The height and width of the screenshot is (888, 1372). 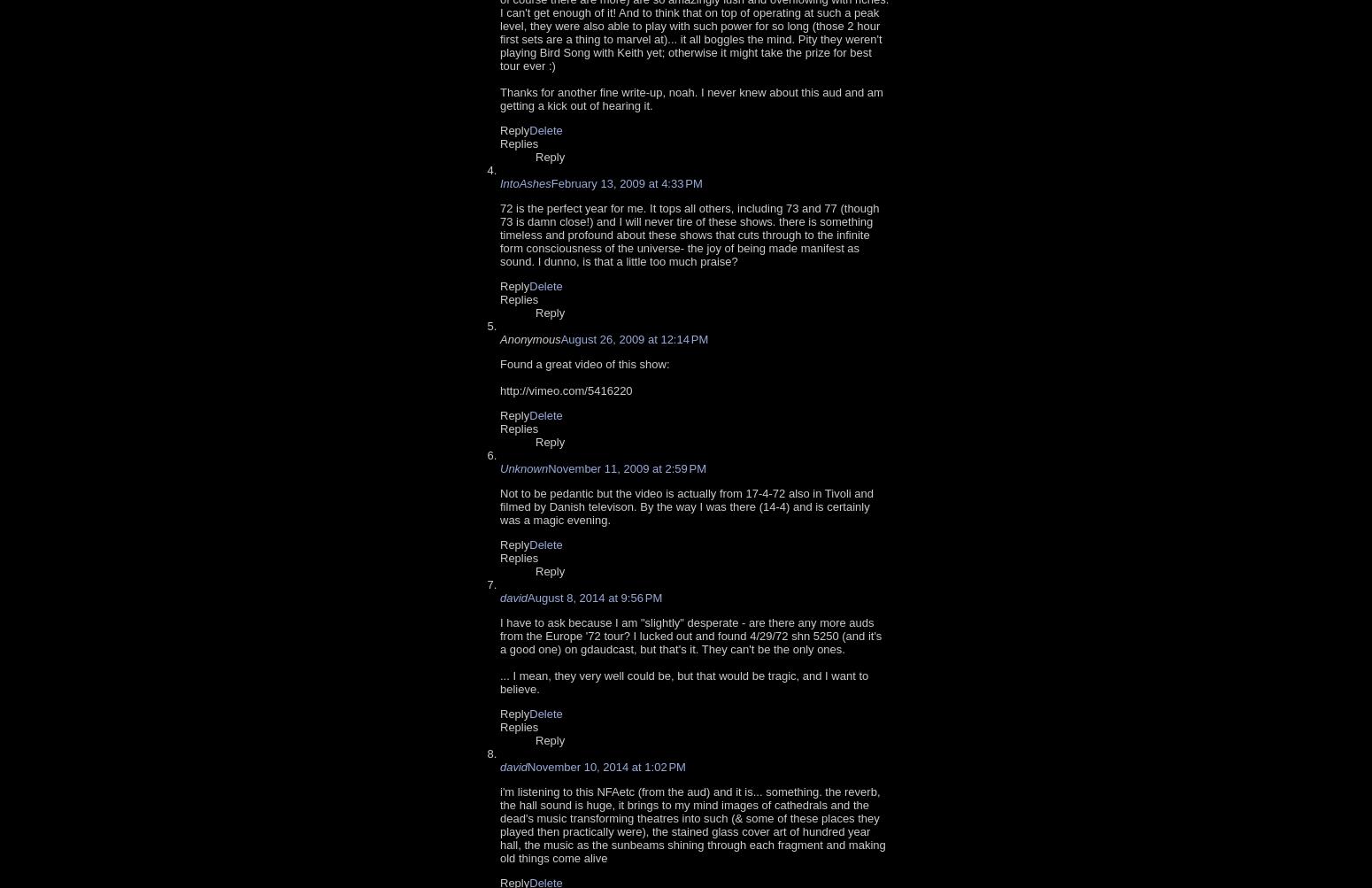 What do you see at coordinates (626, 182) in the screenshot?
I see `'February 13, 2009 at 4:33 PM'` at bounding box center [626, 182].